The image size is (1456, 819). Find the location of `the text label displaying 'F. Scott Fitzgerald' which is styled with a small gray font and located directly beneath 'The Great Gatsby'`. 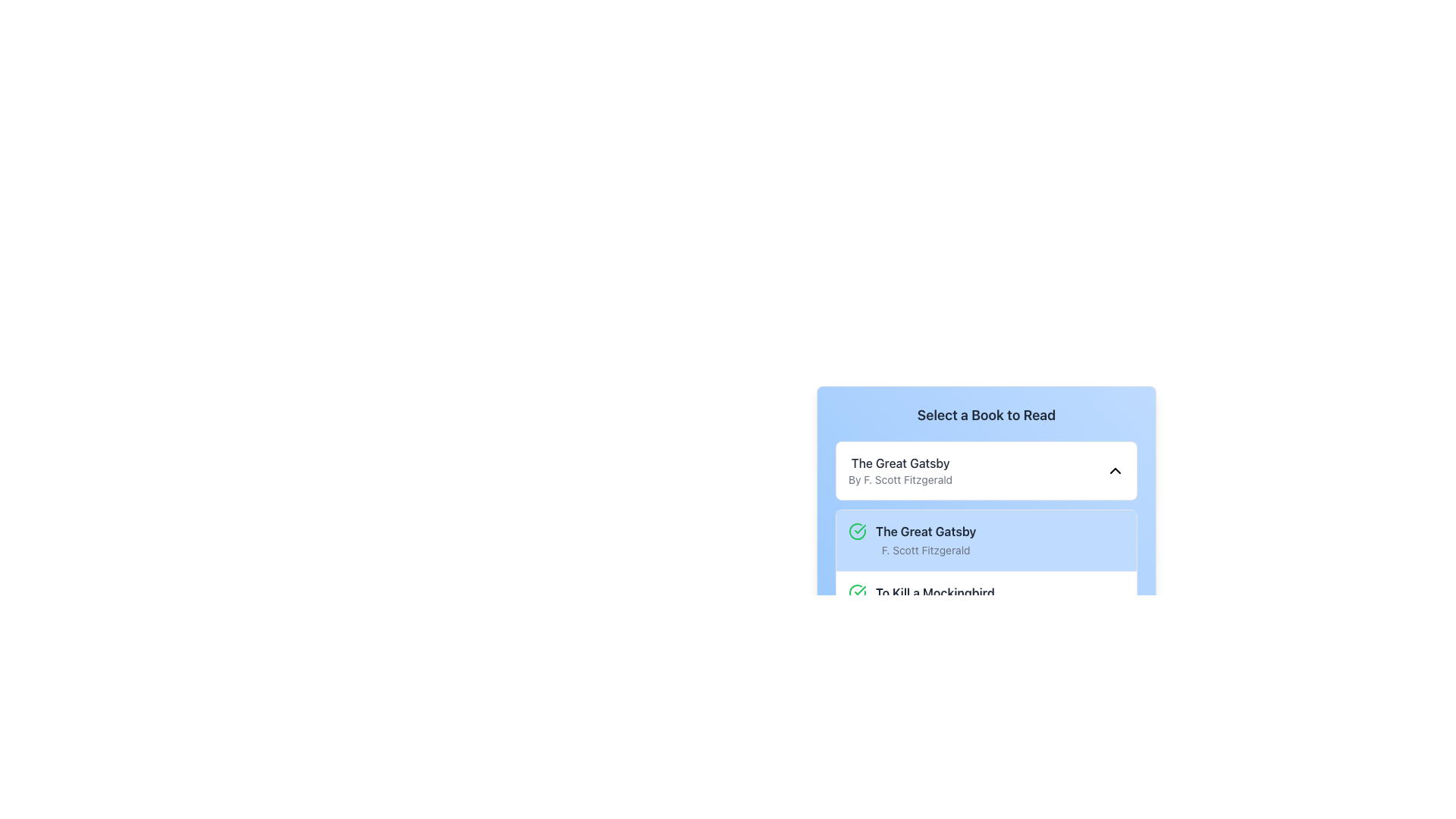

the text label displaying 'F. Scott Fitzgerald' which is styled with a small gray font and located directly beneath 'The Great Gatsby' is located at coordinates (925, 550).